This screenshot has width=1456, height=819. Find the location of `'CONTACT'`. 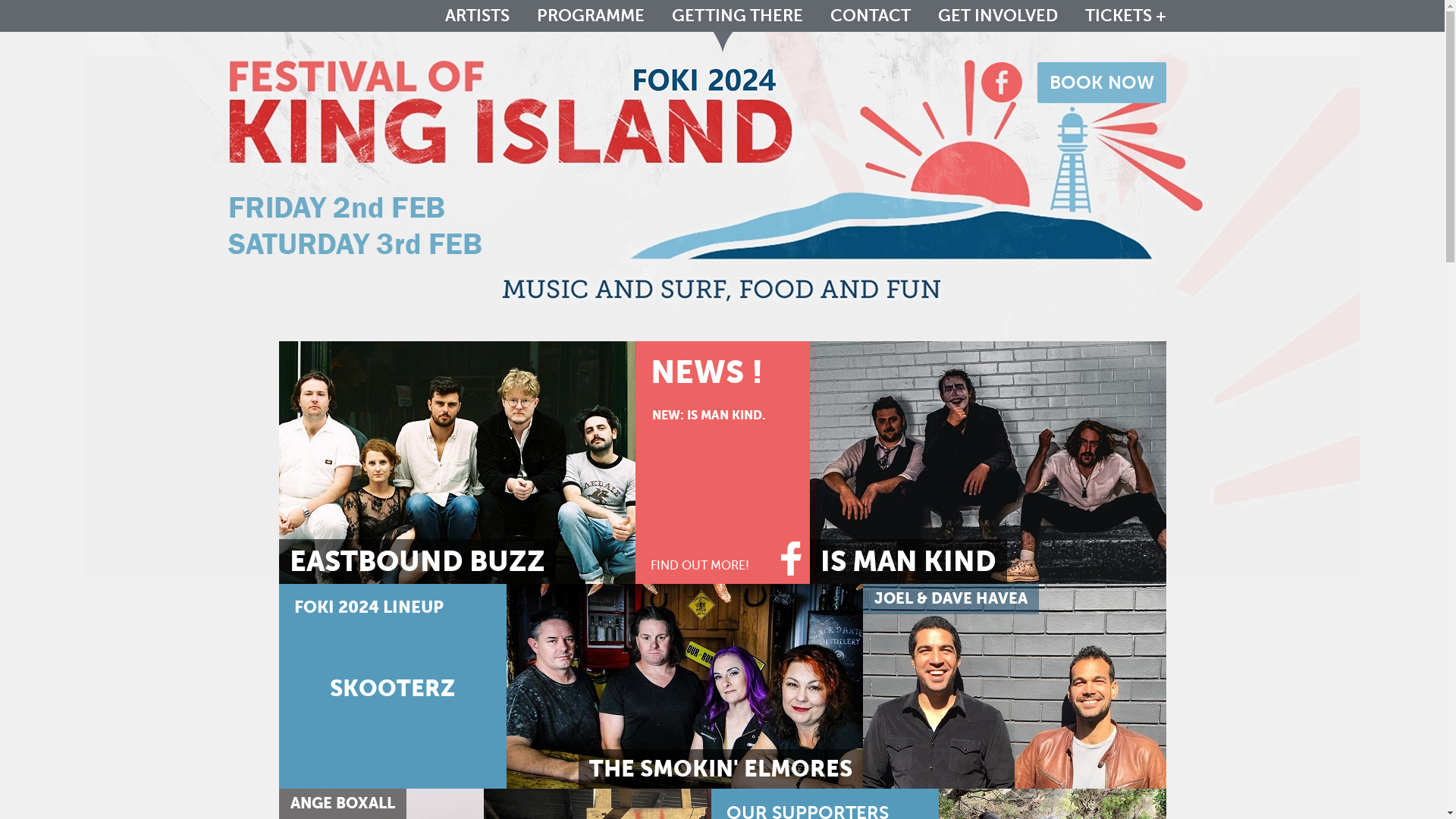

'CONTACT' is located at coordinates (870, 15).